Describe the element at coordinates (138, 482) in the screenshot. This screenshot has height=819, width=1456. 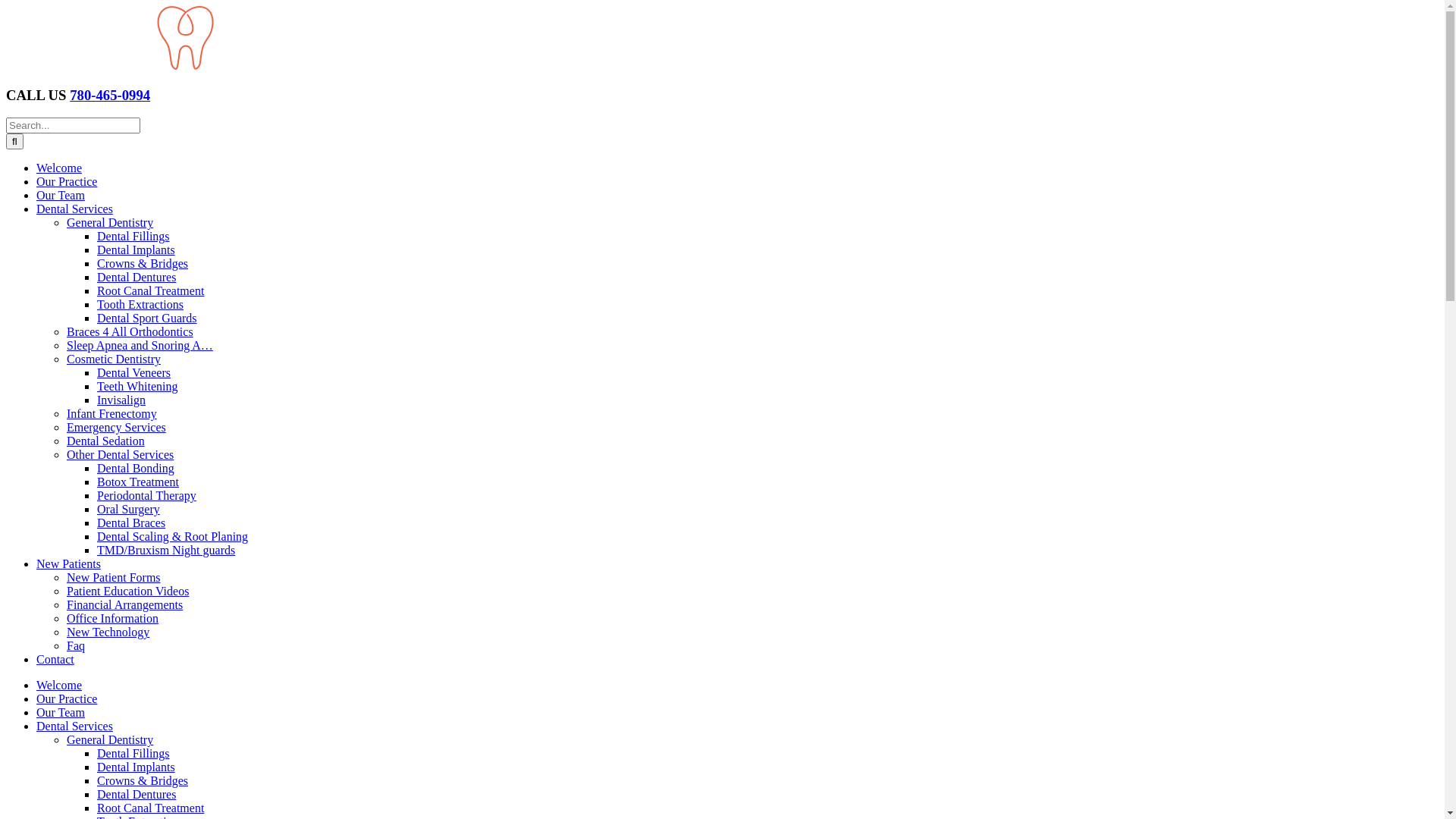
I see `'Botox Treatment'` at that location.